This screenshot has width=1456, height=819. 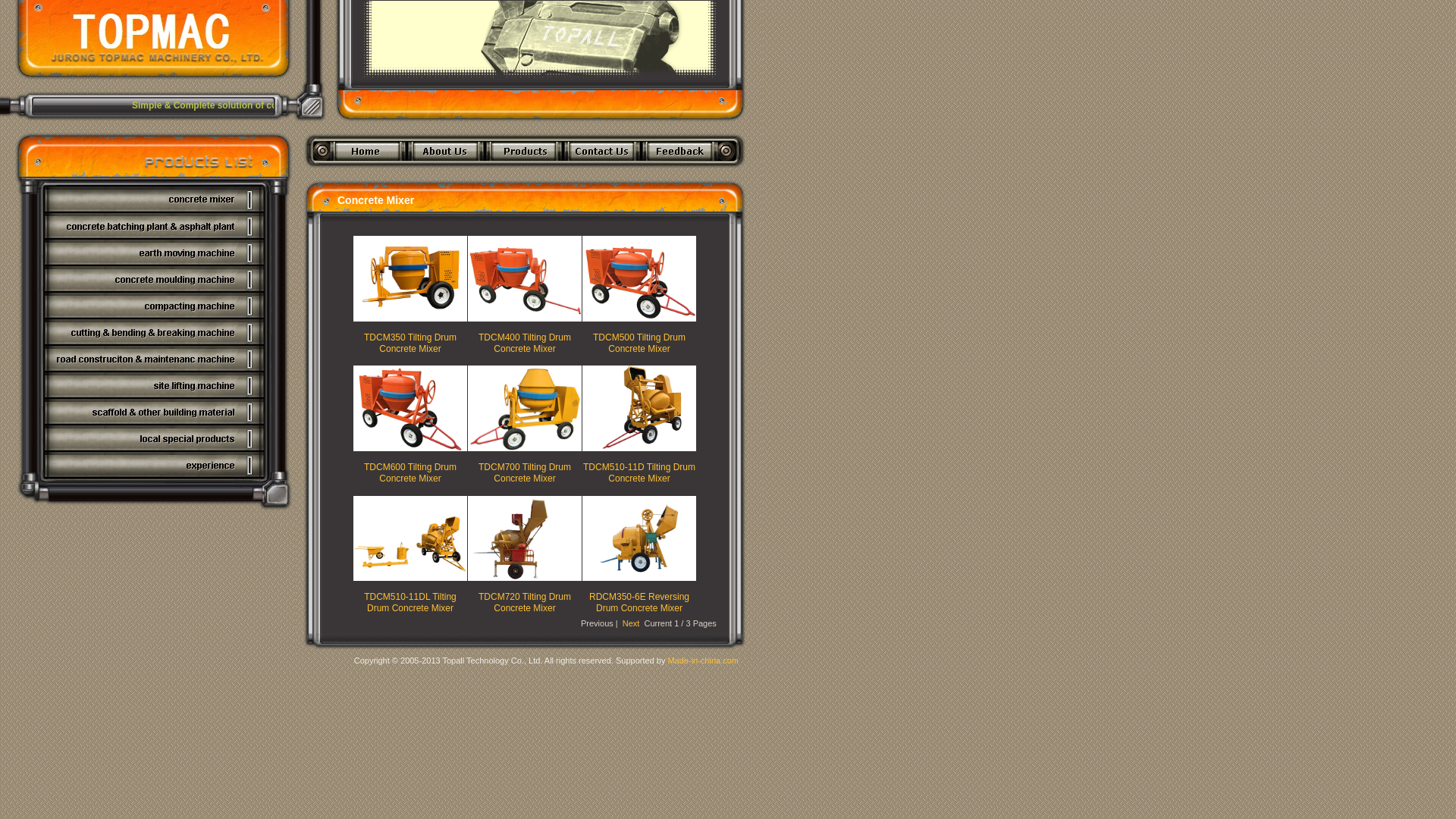 I want to click on 'ralph lauren outlet online', so click(x=420, y=174).